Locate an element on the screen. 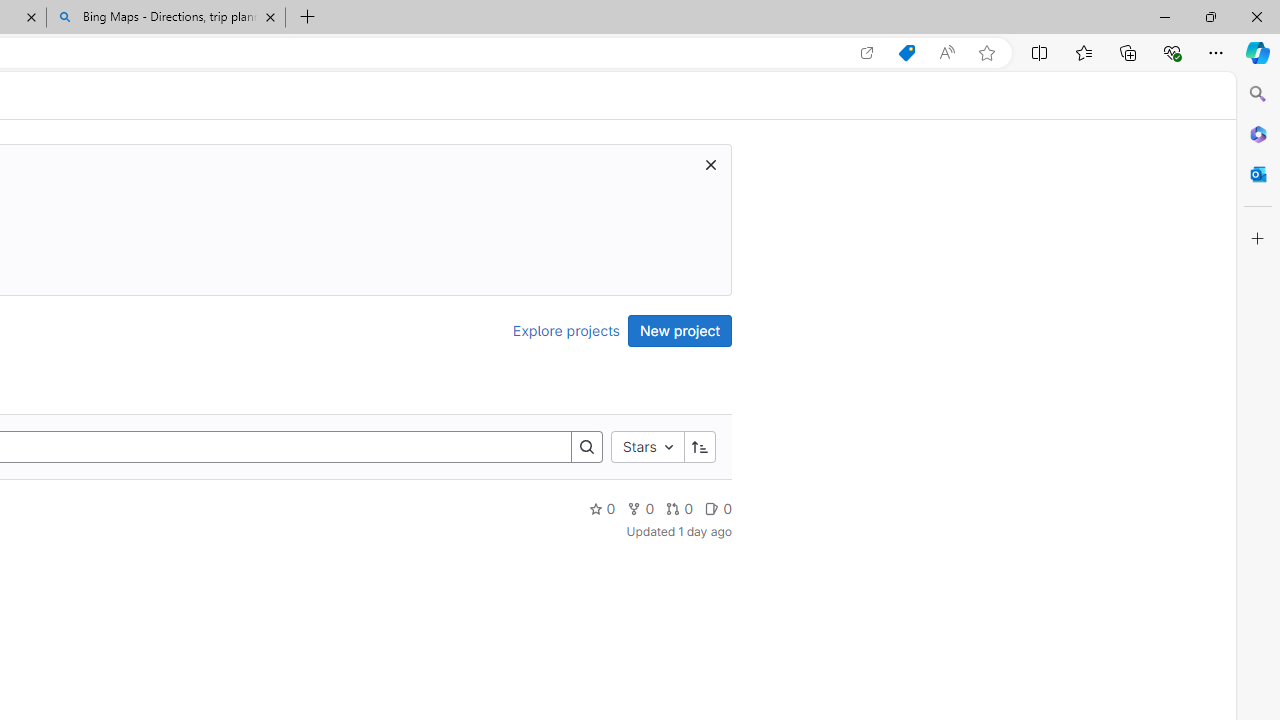  'Class: s16 gl-icon gl-button-icon ' is located at coordinates (711, 163).